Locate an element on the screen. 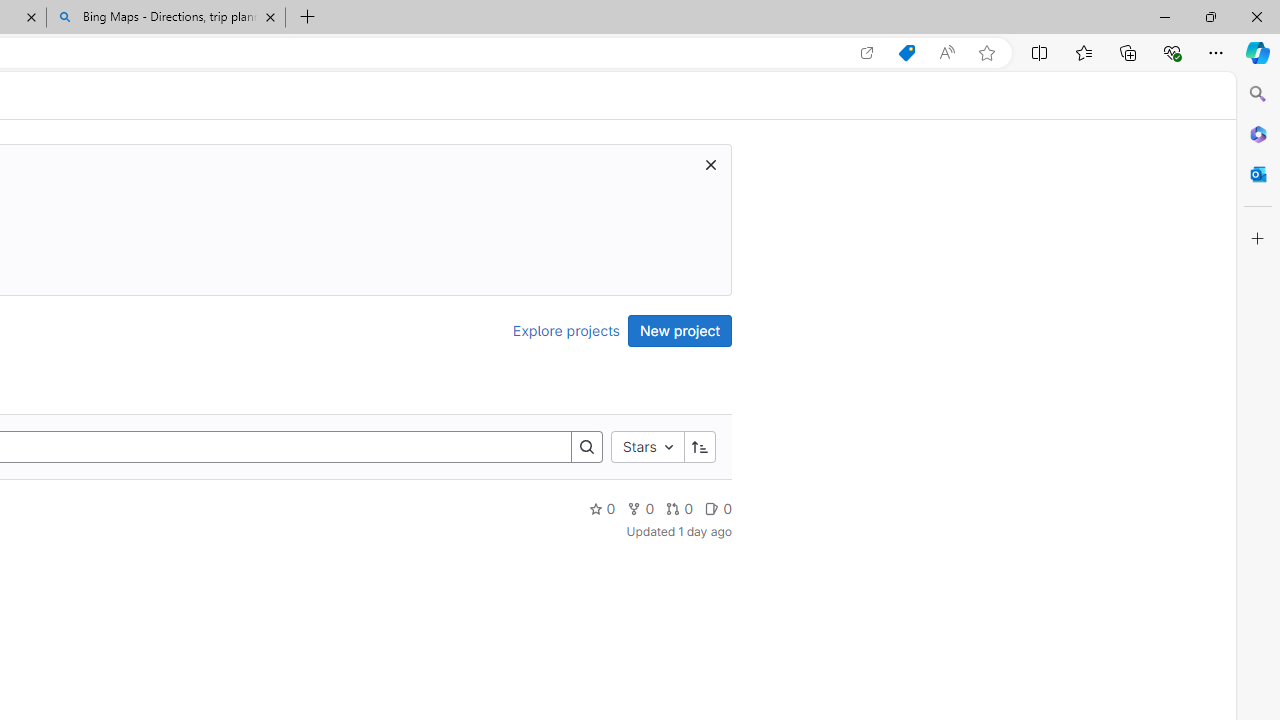  'Class: s16 gl-icon gl-button-icon ' is located at coordinates (711, 163).